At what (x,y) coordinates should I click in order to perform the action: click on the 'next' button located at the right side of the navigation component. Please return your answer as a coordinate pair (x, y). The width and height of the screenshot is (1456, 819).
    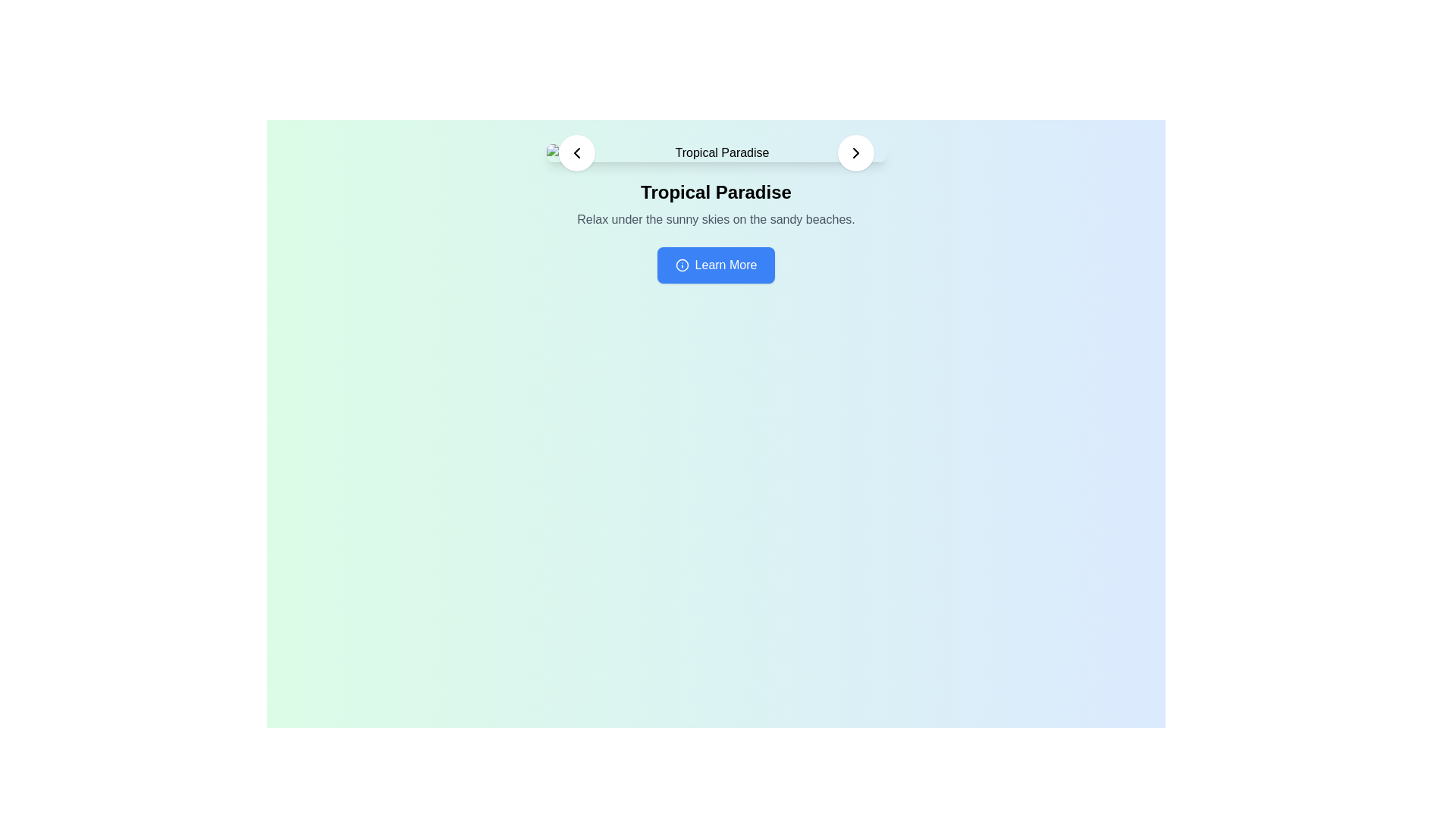
    Looking at the image, I should click on (855, 152).